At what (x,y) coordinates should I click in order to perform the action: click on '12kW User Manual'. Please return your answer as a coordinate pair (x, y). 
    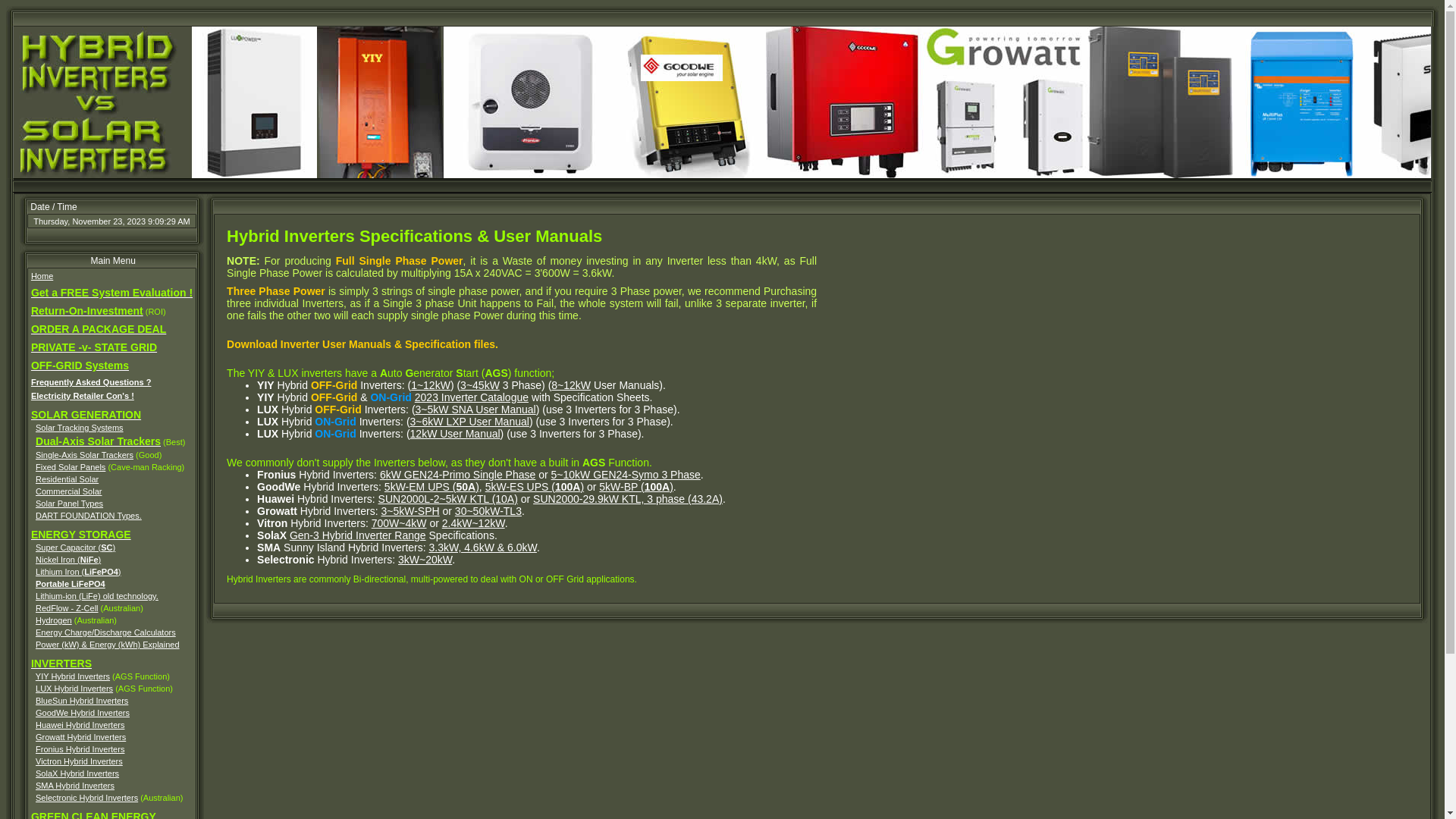
    Looking at the image, I should click on (454, 433).